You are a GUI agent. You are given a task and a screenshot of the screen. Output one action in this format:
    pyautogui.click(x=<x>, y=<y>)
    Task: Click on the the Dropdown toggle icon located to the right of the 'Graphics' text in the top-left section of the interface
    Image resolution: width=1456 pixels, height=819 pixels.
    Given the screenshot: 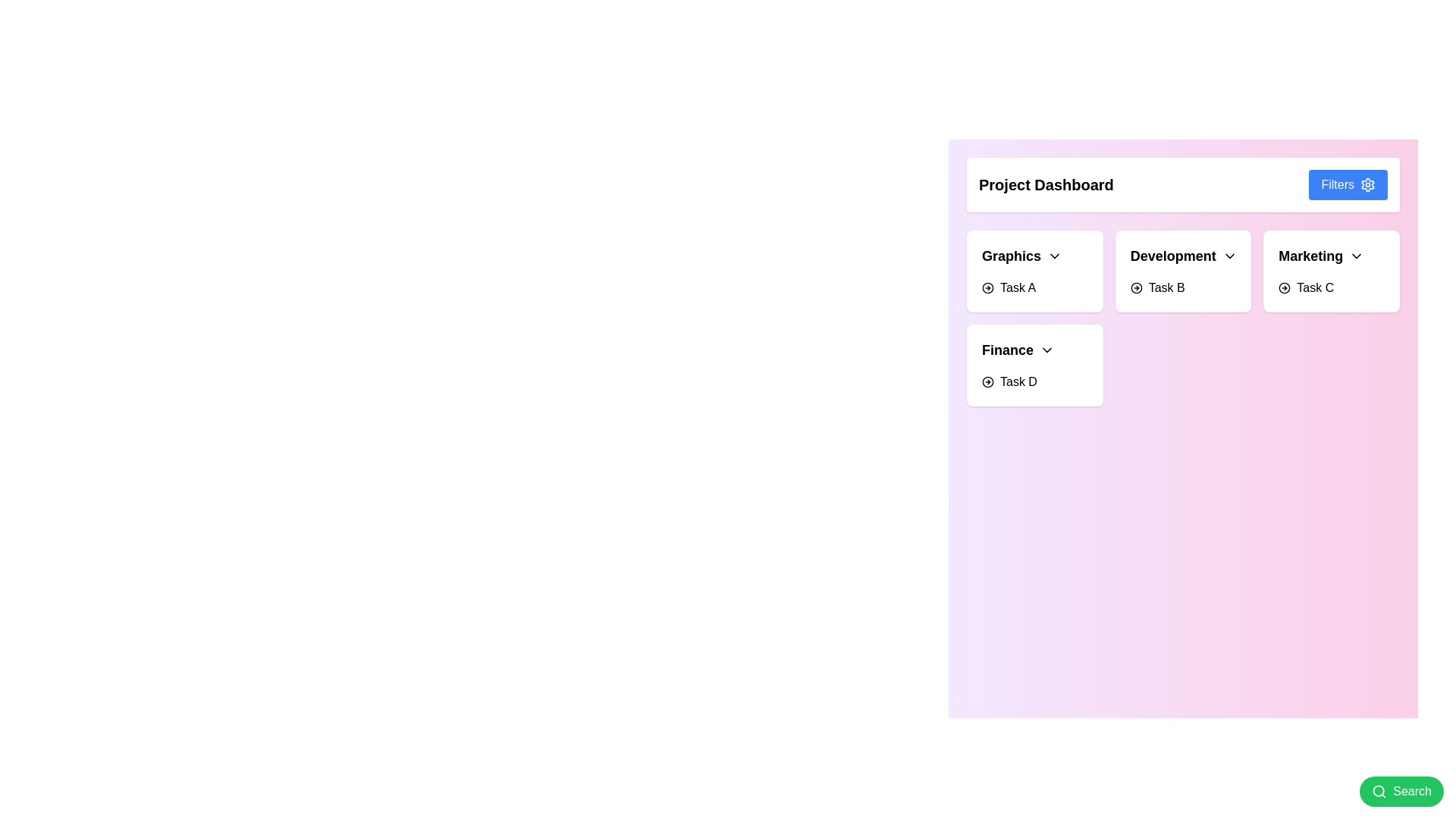 What is the action you would take?
    pyautogui.click(x=1054, y=256)
    